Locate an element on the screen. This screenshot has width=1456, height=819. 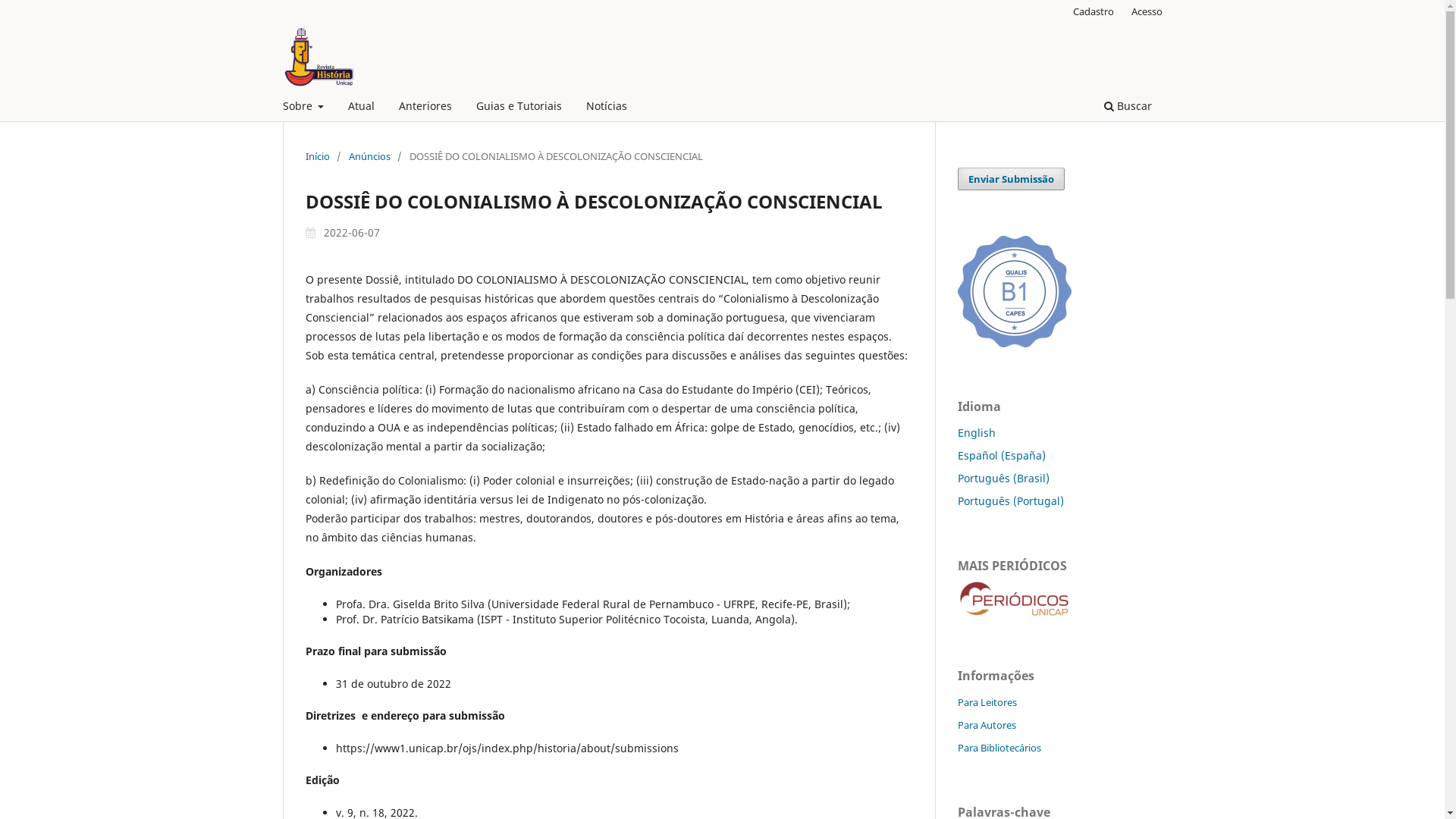
'Anteriores' is located at coordinates (425, 107).